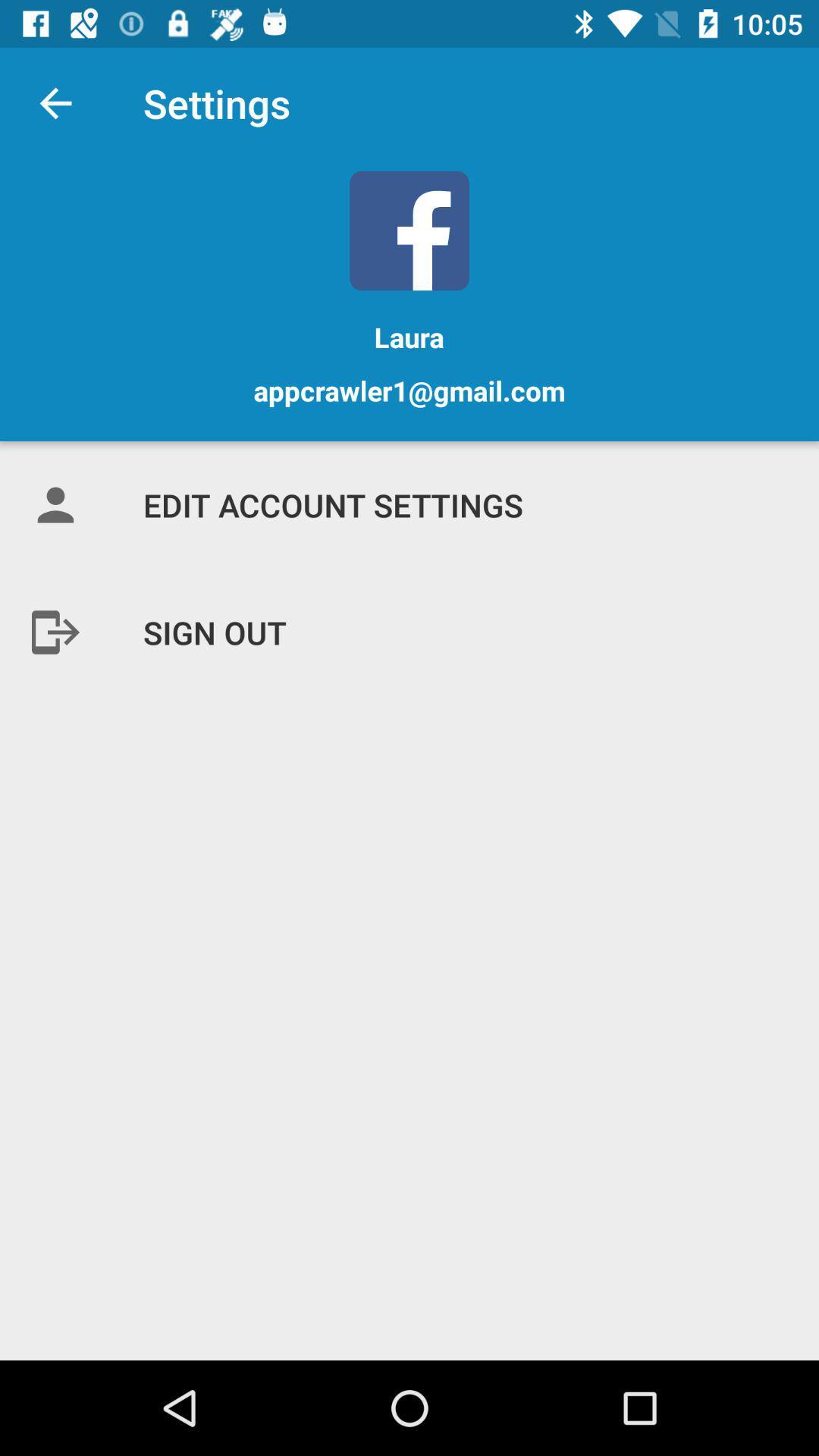 The height and width of the screenshot is (1456, 819). What do you see at coordinates (55, 102) in the screenshot?
I see `the icon to the left of the settings item` at bounding box center [55, 102].